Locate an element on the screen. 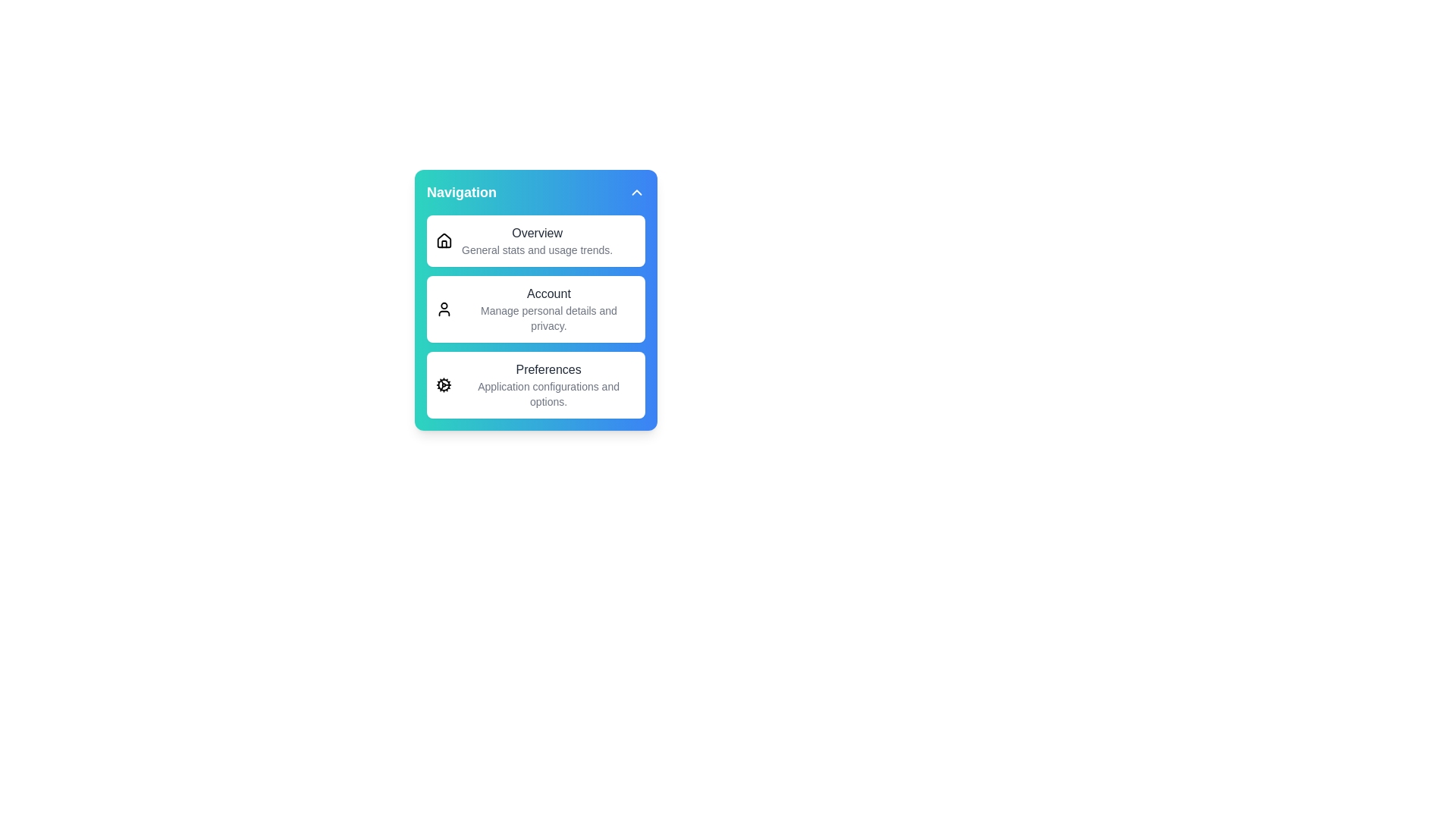 The image size is (1456, 819). the icon associated with Overview is located at coordinates (443, 240).